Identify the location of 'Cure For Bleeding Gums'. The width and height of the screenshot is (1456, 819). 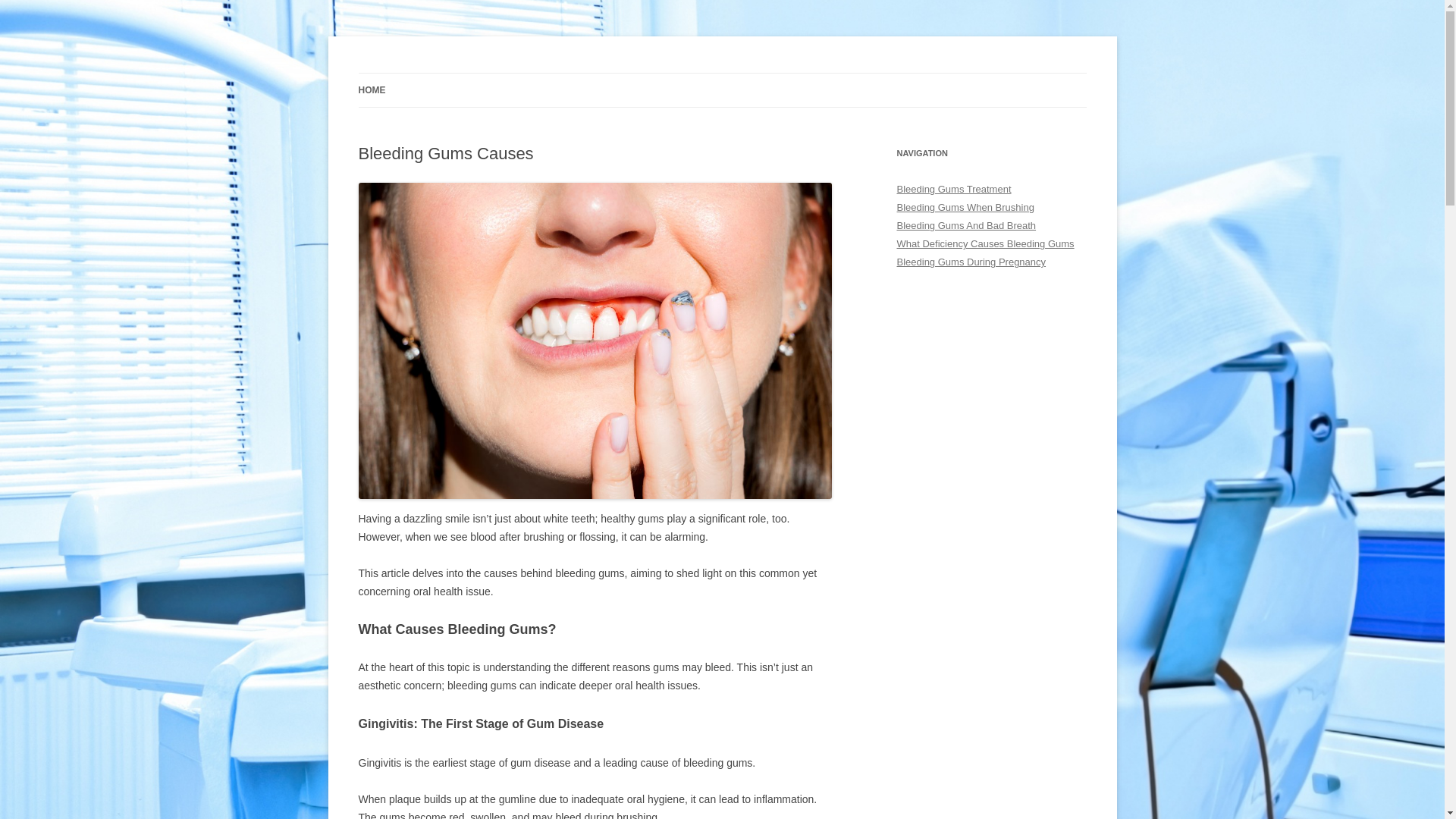
(356, 73).